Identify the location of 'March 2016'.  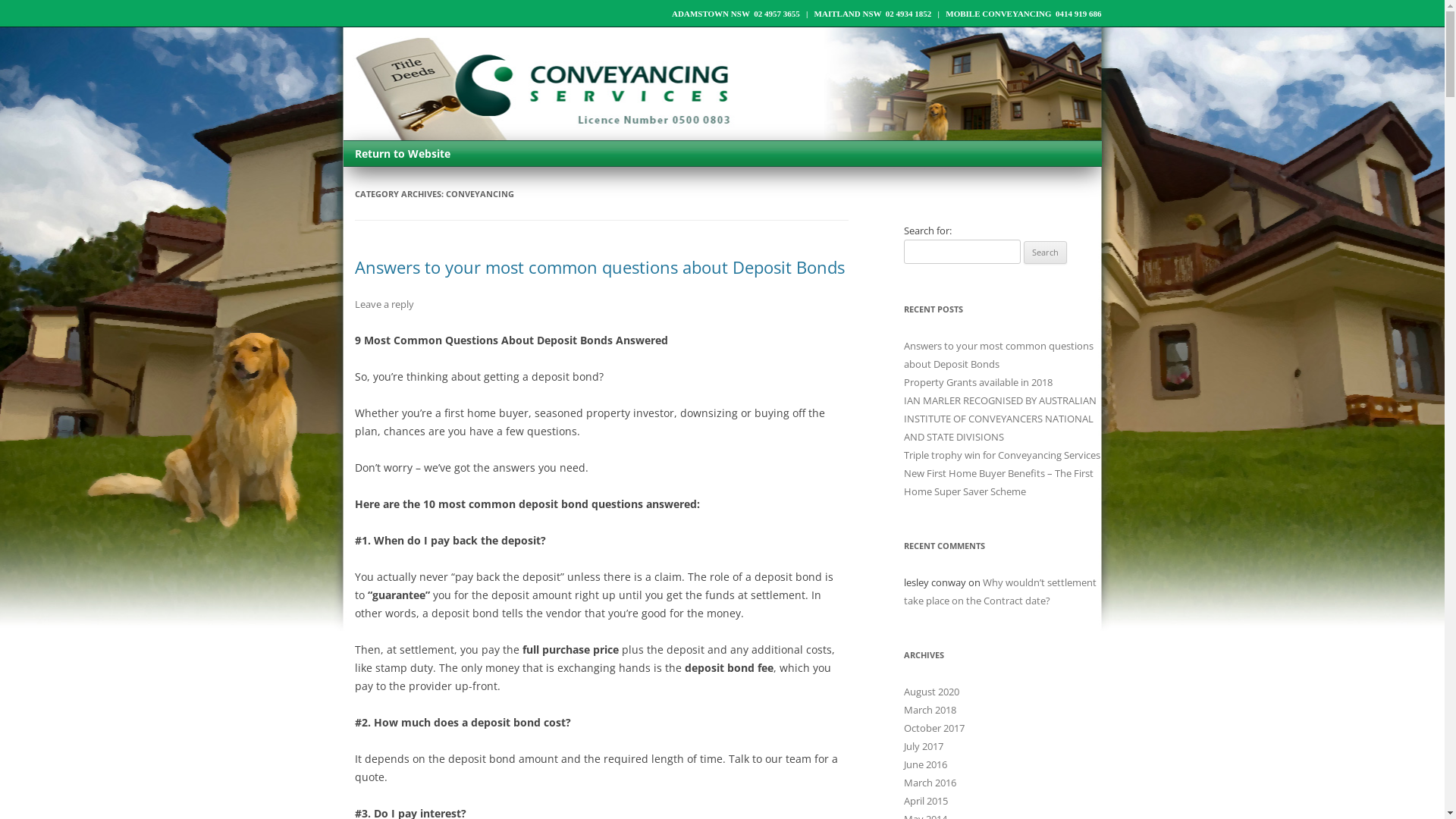
(903, 783).